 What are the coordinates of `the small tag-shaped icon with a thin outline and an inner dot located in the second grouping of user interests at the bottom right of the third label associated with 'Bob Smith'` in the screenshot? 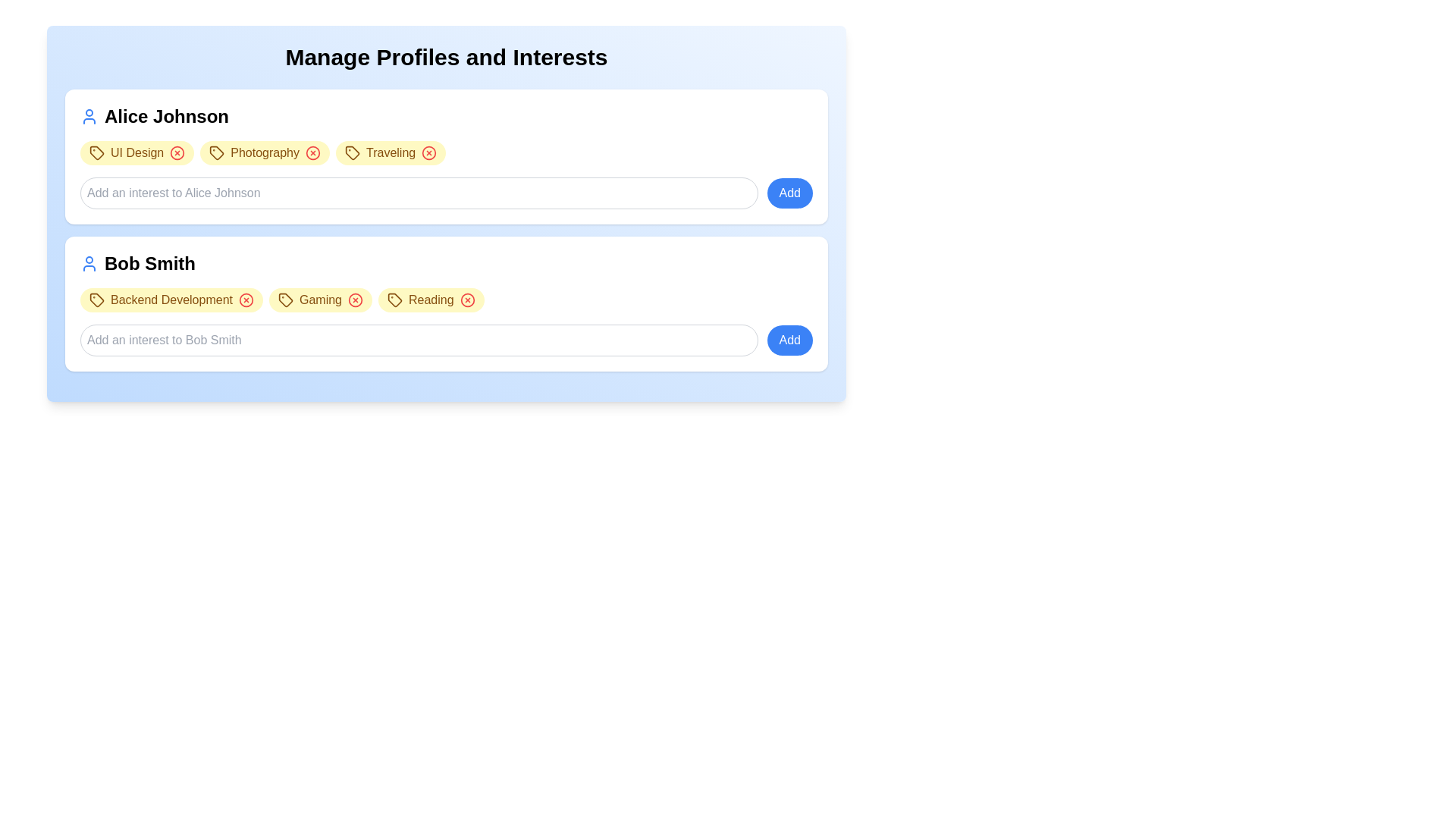 It's located at (395, 300).